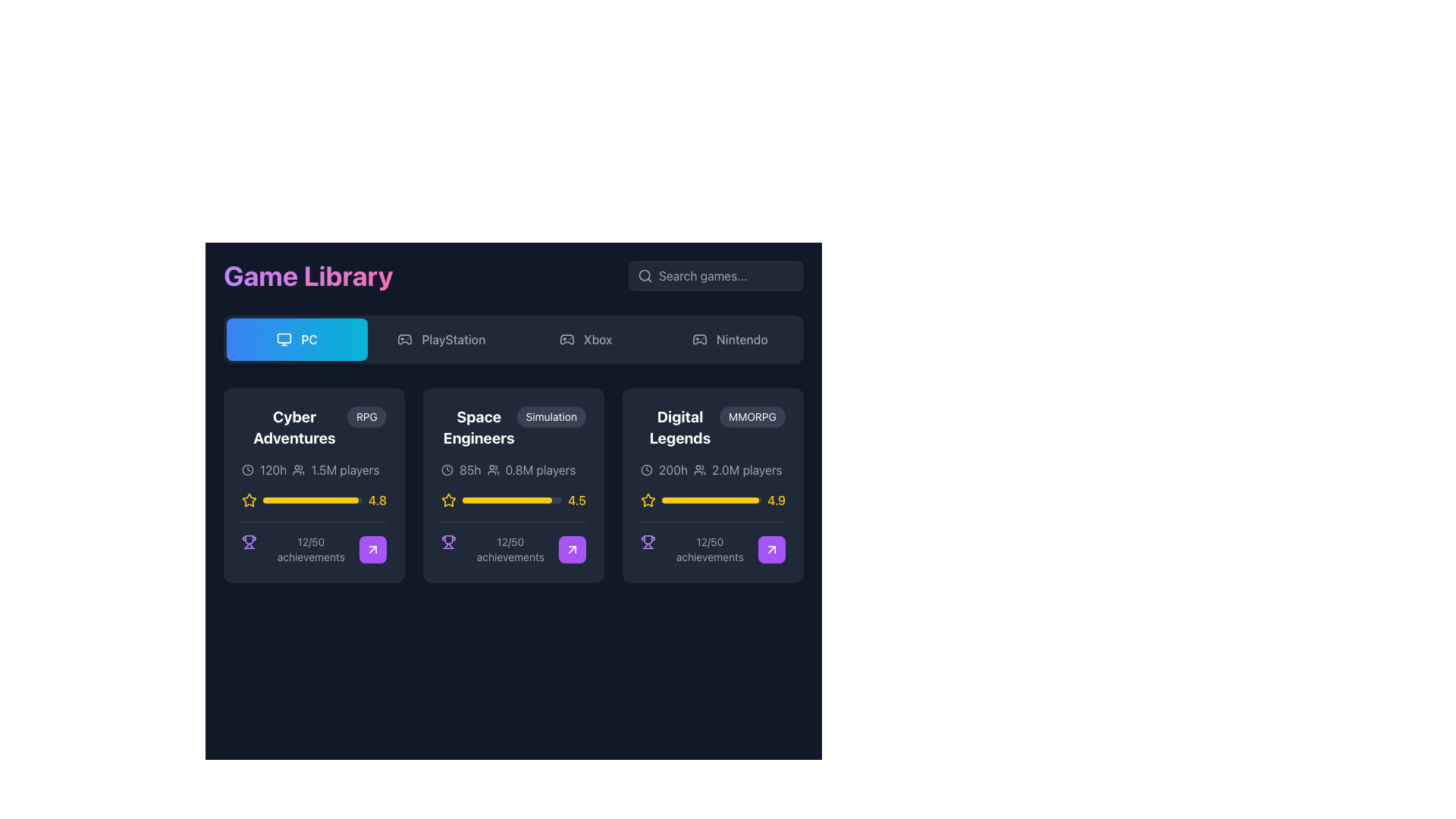  Describe the element at coordinates (712, 500) in the screenshot. I see `the progress bar of the Rating display component, which visually represents the game's rating of '4.9' located in the rightmost 'Digital Legends' card` at that location.